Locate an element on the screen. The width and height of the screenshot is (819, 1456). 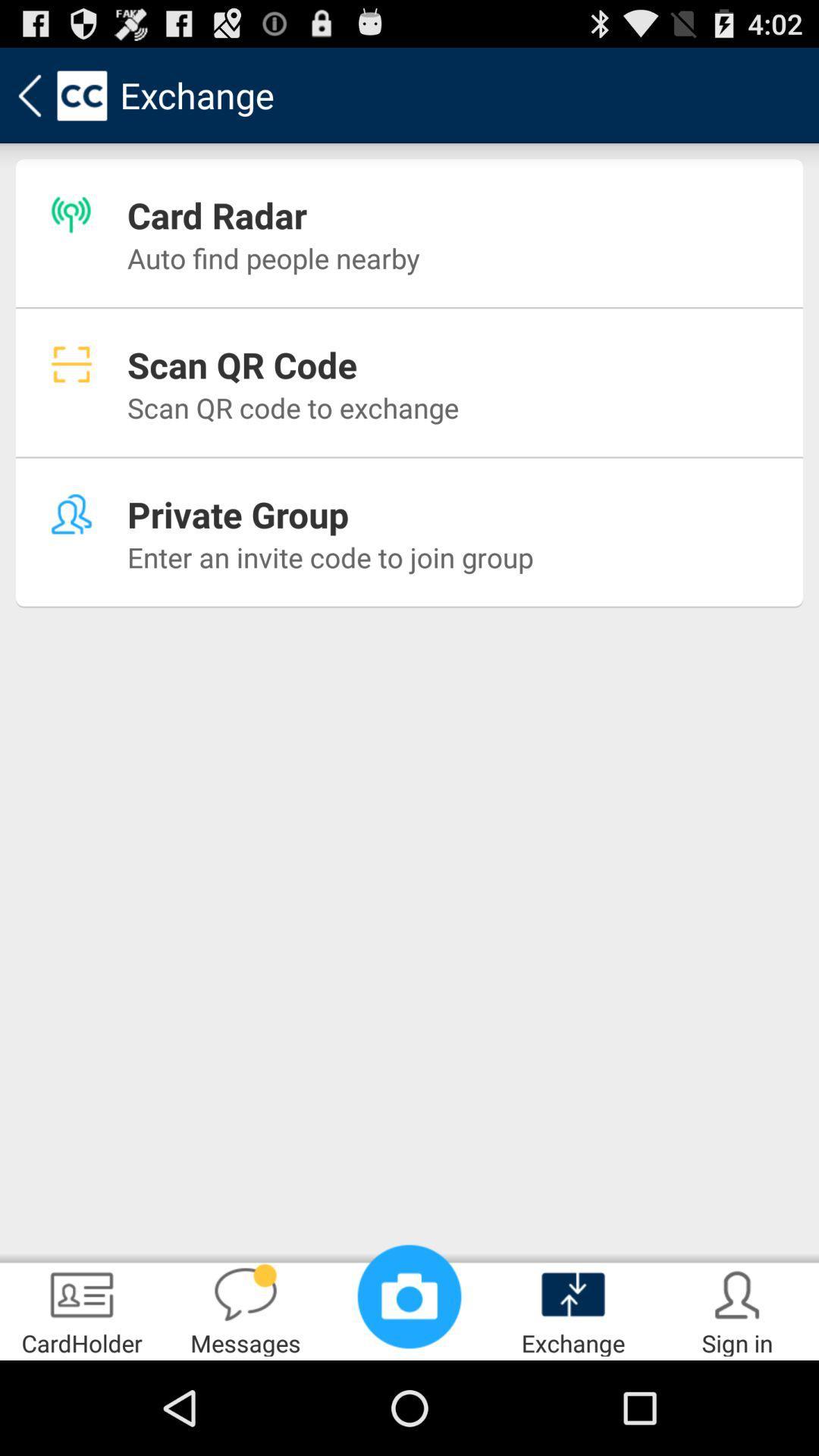
the icon below enter an invite app is located at coordinates (245, 1309).